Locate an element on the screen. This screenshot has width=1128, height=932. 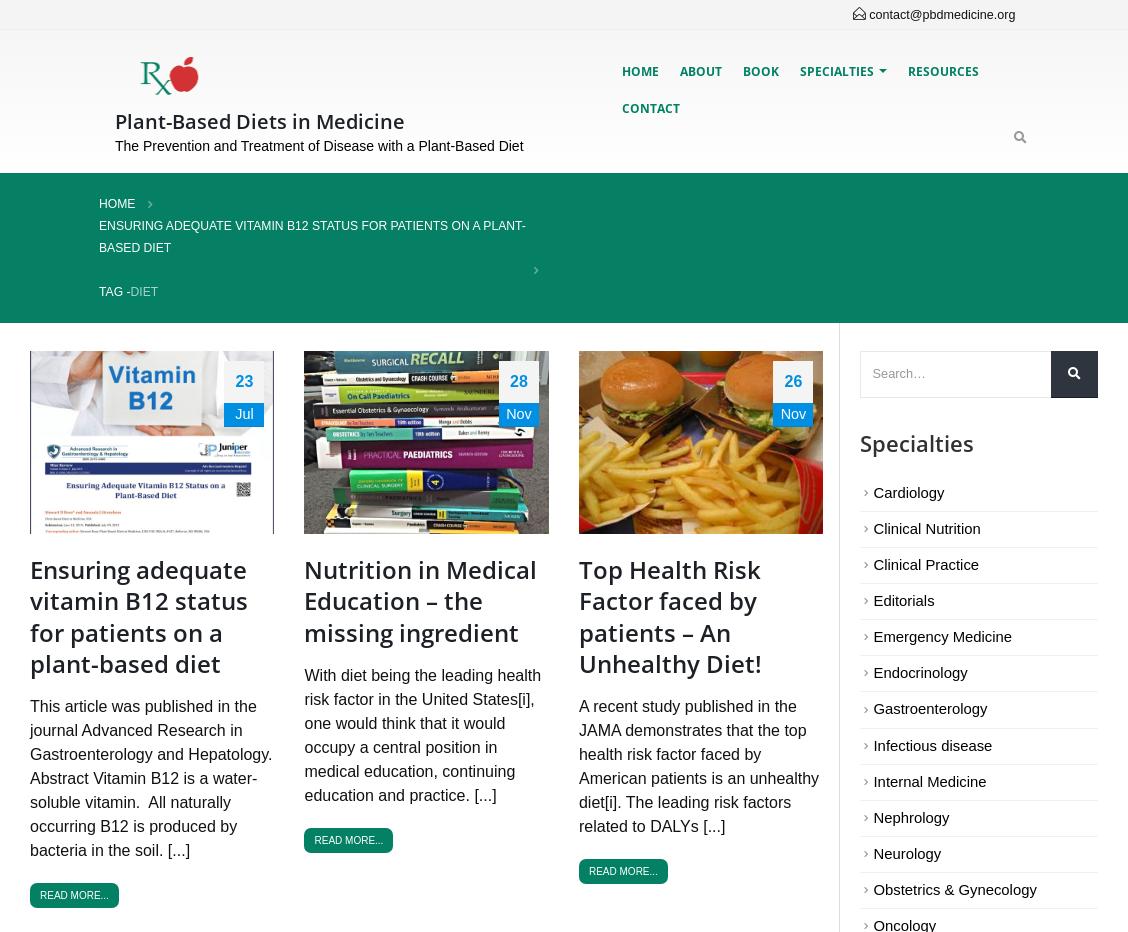
'This article was published in the journal Advanced Research in Gastroenterology and Hepatology.
Abstract
Vitamin B12 is a water-soluble vitamin.  All naturally occurring B12 is produced by bacteria in the soil. [...]' is located at coordinates (150, 777).